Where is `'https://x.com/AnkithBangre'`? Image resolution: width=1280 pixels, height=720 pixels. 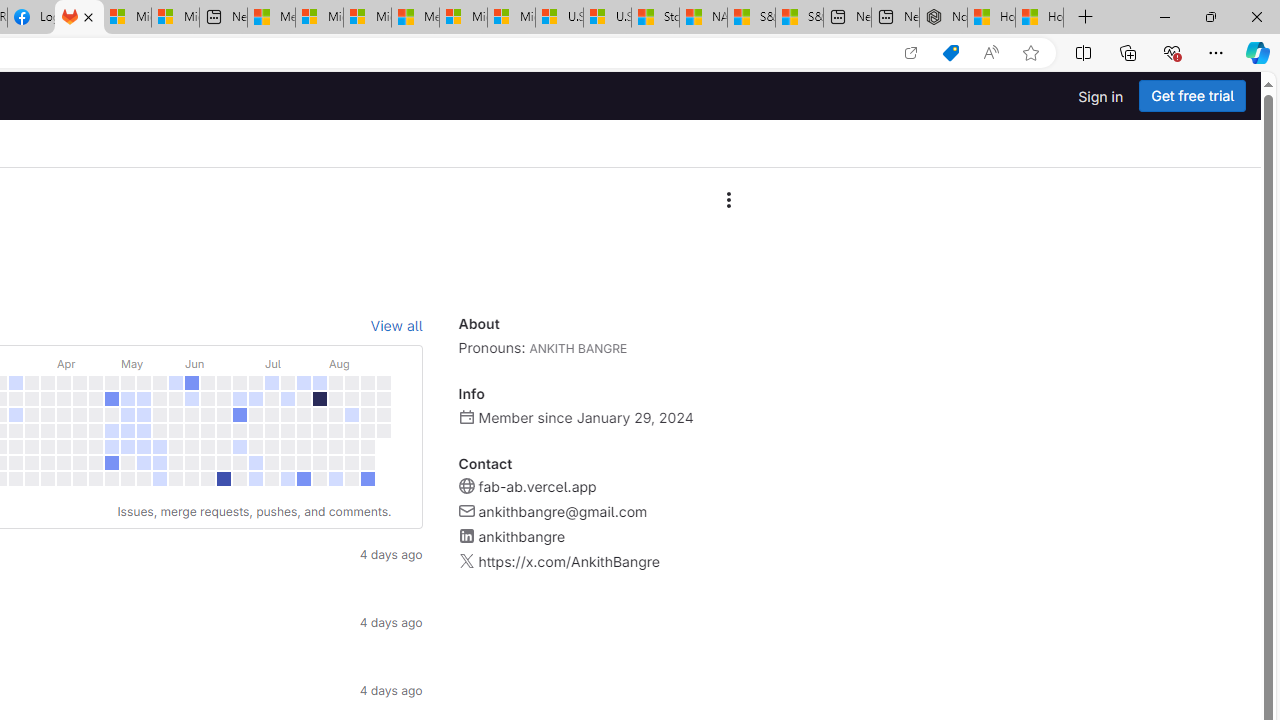 'https://x.com/AnkithBangre' is located at coordinates (567, 561).